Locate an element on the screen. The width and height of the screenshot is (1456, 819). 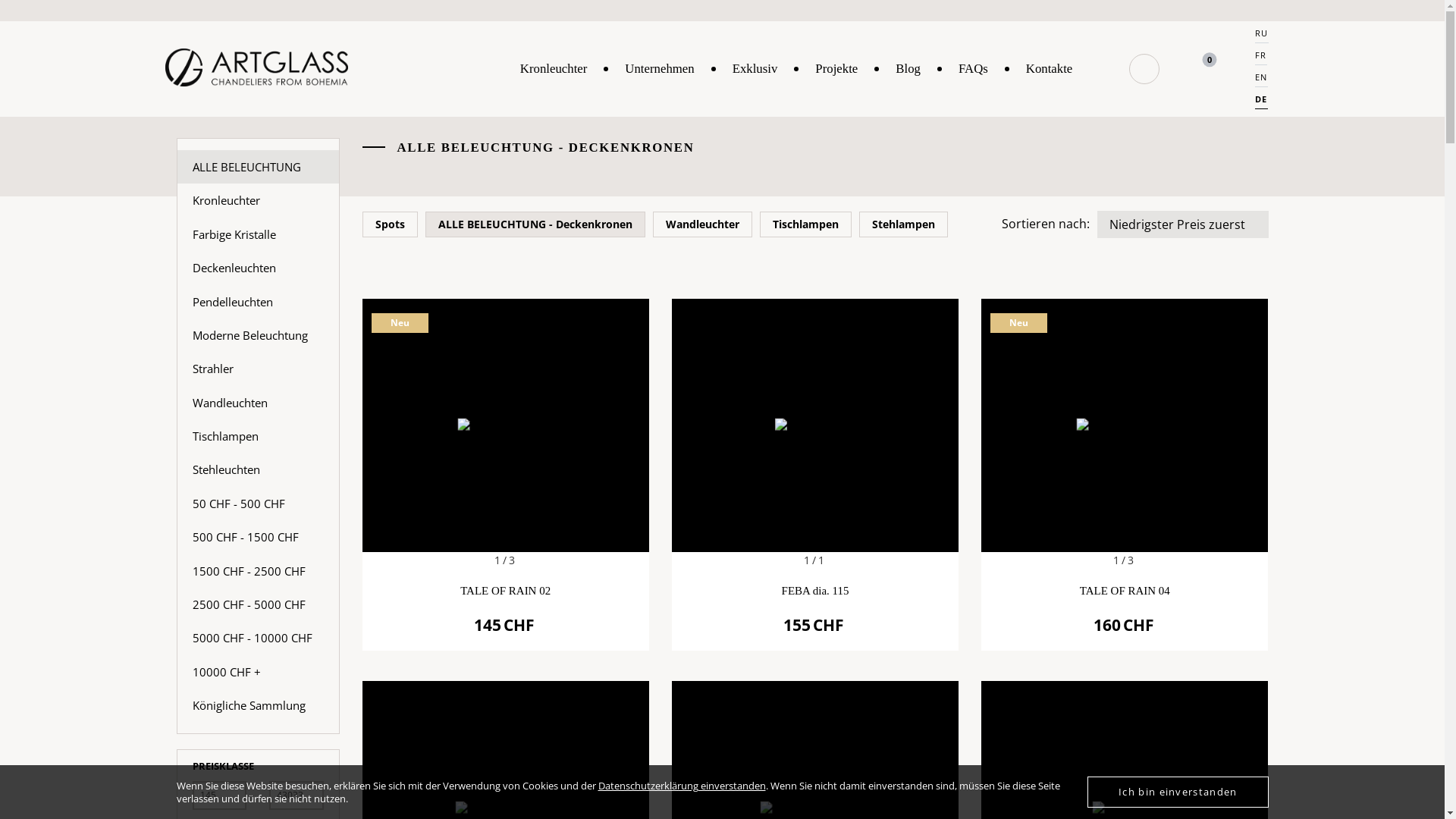
'ALLE BELEUCHTUNG' is located at coordinates (258, 166).